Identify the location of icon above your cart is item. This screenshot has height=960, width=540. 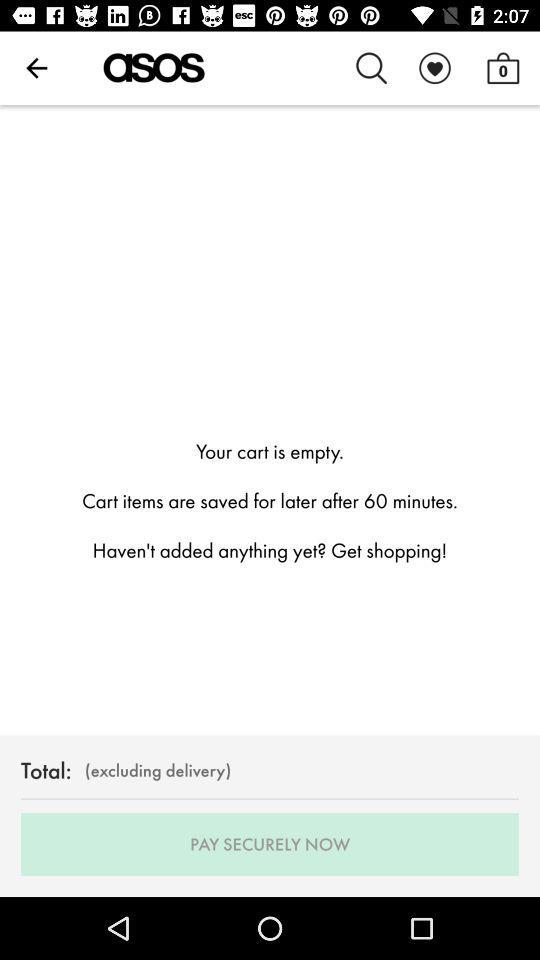
(502, 68).